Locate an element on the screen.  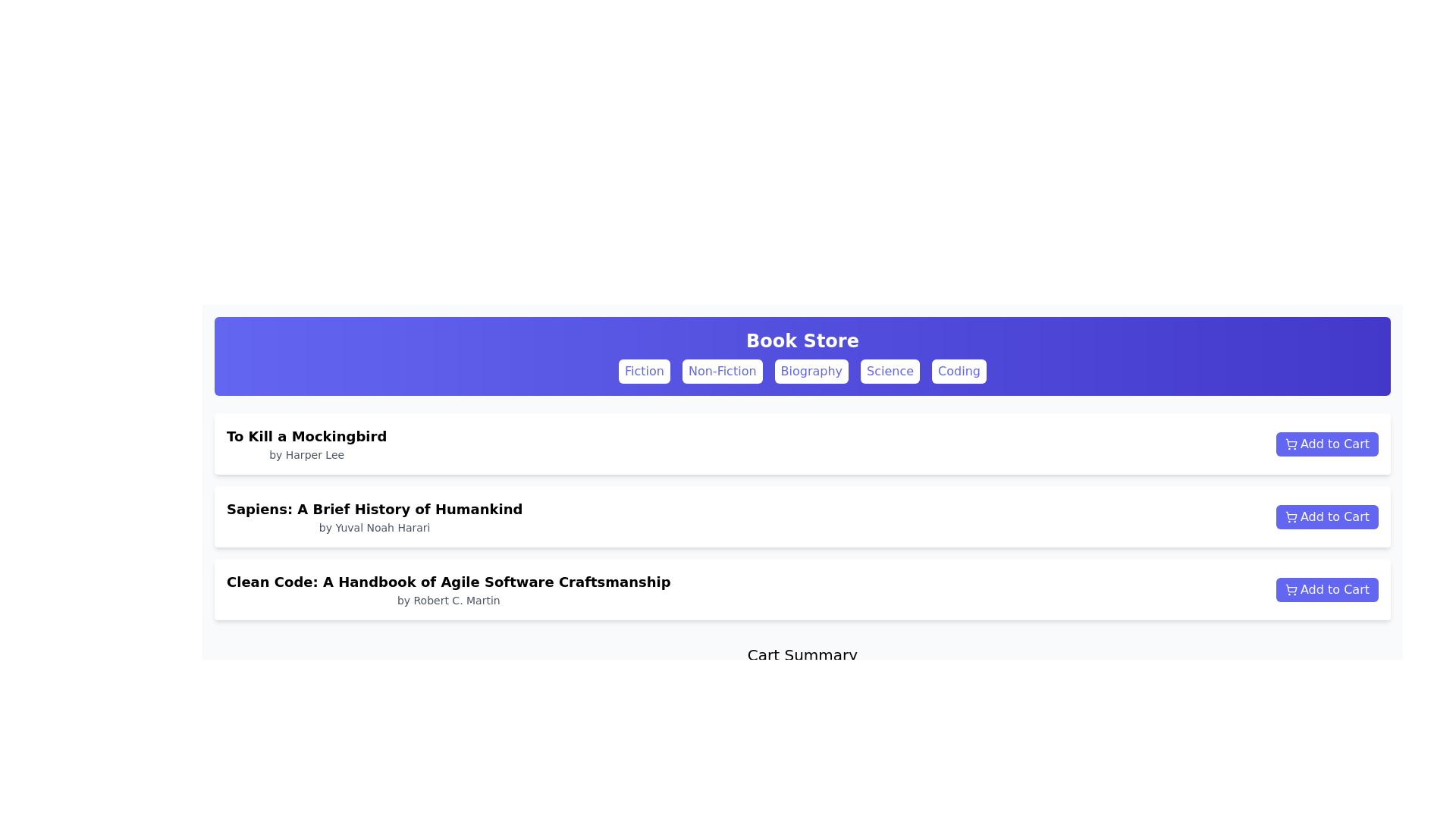
the 'Fiction' button, which is the first button in a sequence of genre buttons at the top of the interface is located at coordinates (644, 371).